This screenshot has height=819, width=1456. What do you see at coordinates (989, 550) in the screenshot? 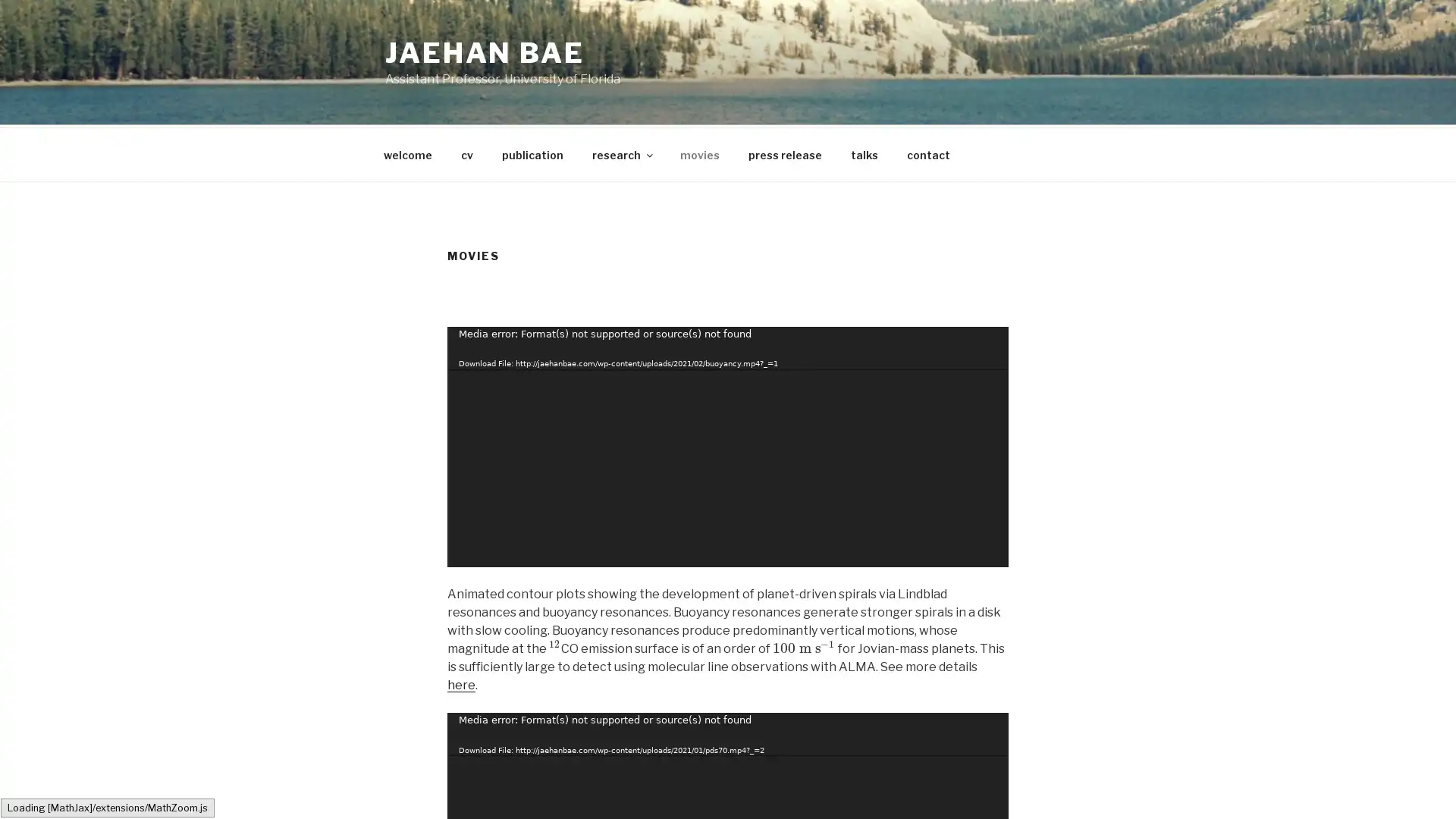
I see `Fullscreen` at bounding box center [989, 550].